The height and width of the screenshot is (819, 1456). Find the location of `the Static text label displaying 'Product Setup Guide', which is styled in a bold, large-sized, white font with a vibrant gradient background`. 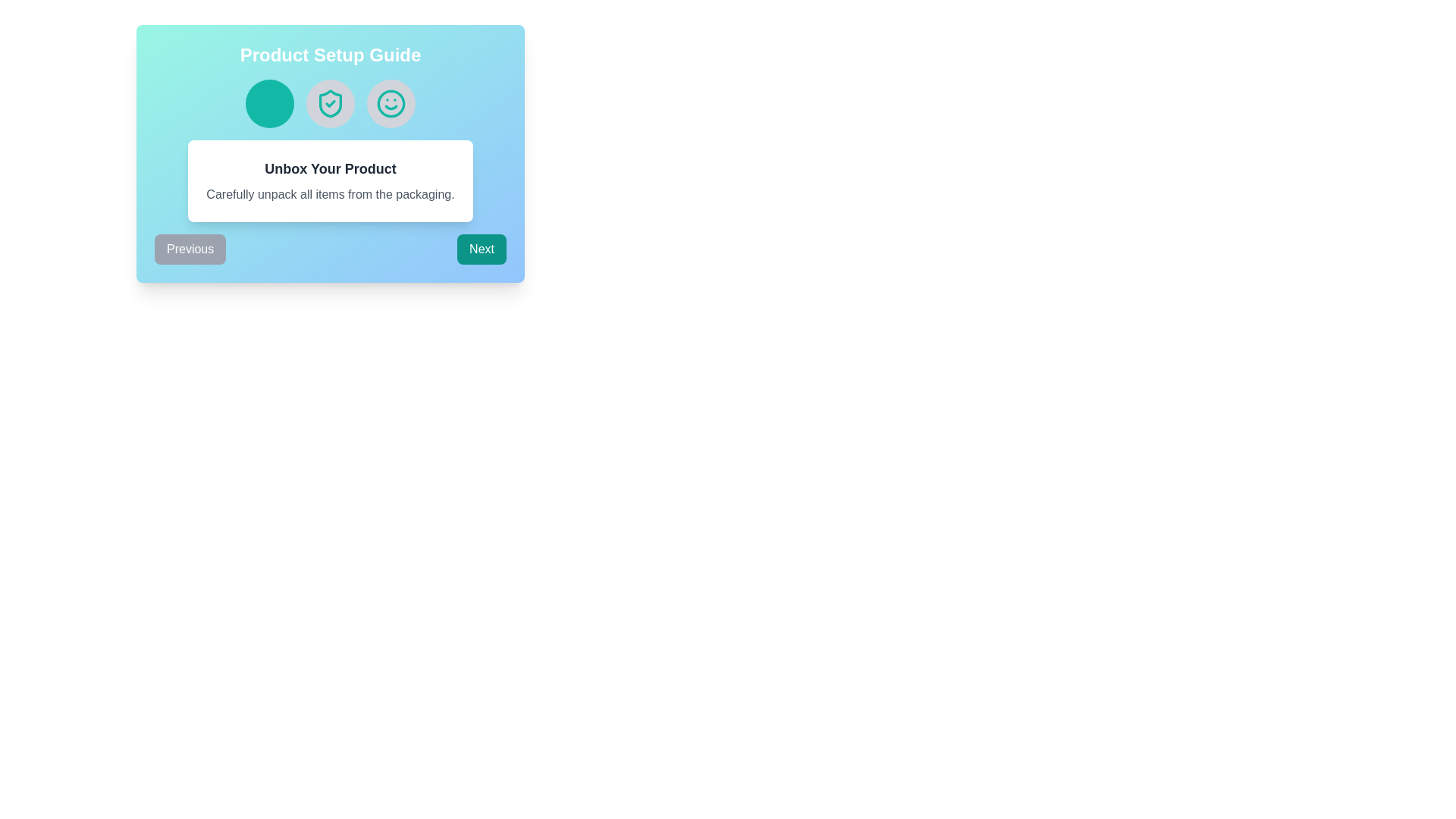

the Static text label displaying 'Product Setup Guide', which is styled in a bold, large-sized, white font with a vibrant gradient background is located at coordinates (330, 55).